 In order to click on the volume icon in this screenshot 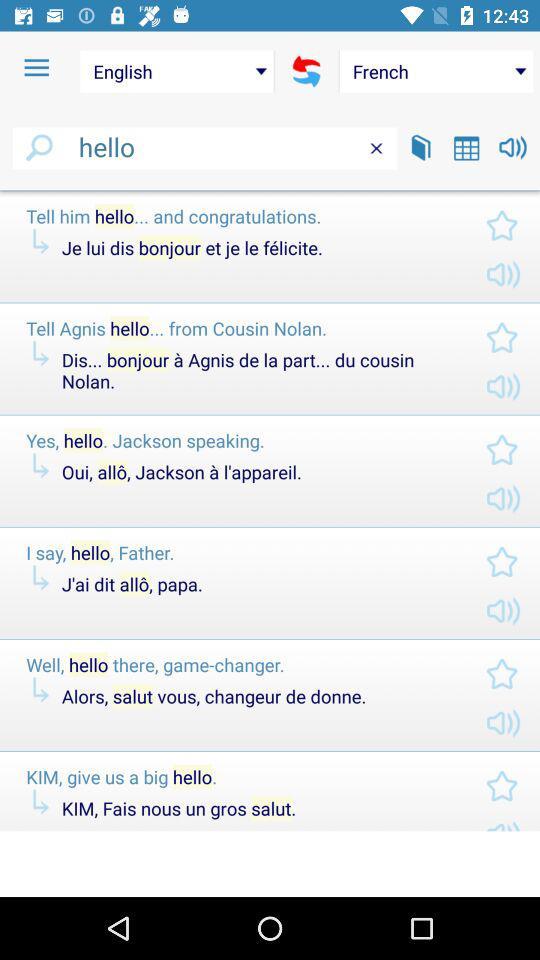, I will do `click(513, 146)`.